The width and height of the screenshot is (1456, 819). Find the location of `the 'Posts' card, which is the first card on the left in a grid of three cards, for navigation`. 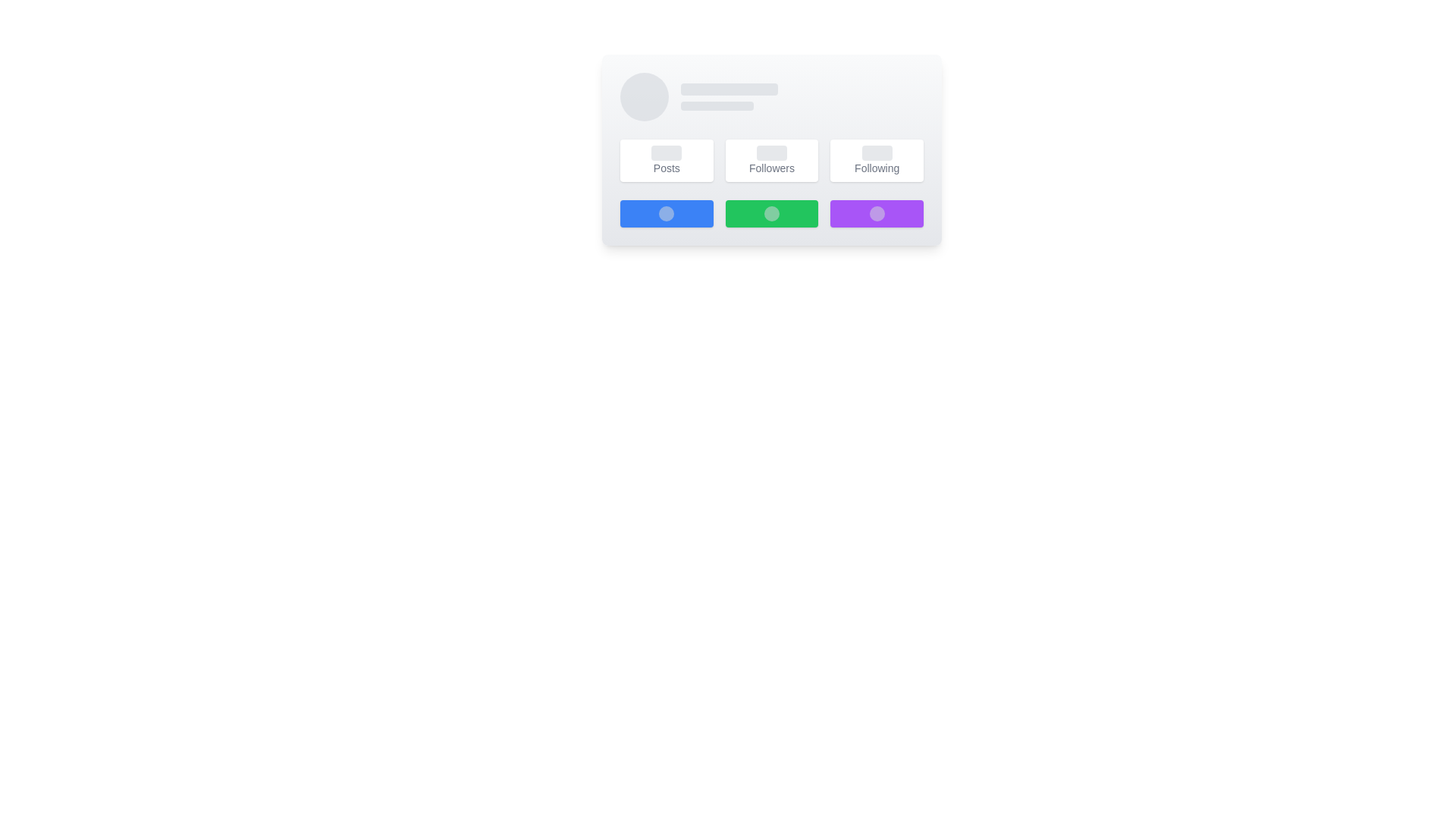

the 'Posts' card, which is the first card on the left in a grid of three cards, for navigation is located at coordinates (667, 161).